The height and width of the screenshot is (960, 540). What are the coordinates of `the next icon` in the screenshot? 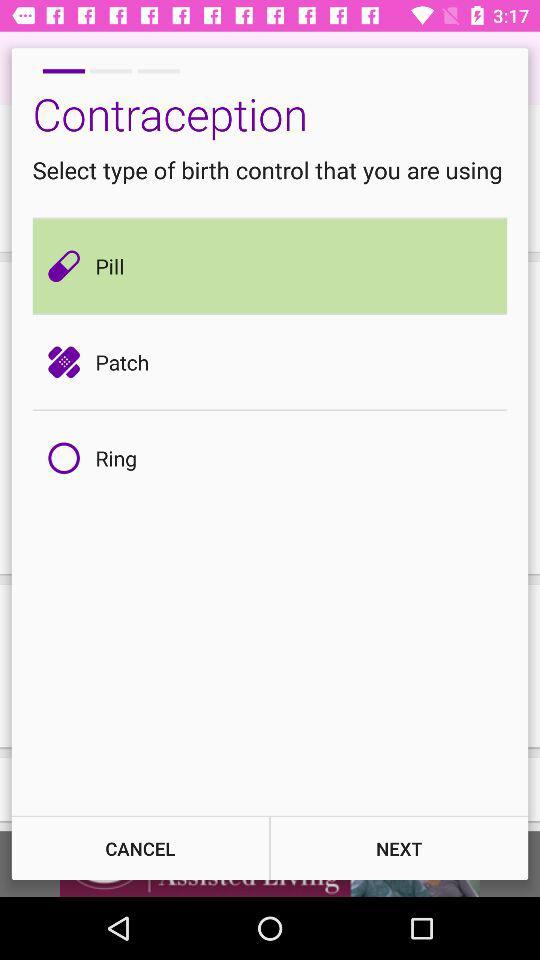 It's located at (399, 847).